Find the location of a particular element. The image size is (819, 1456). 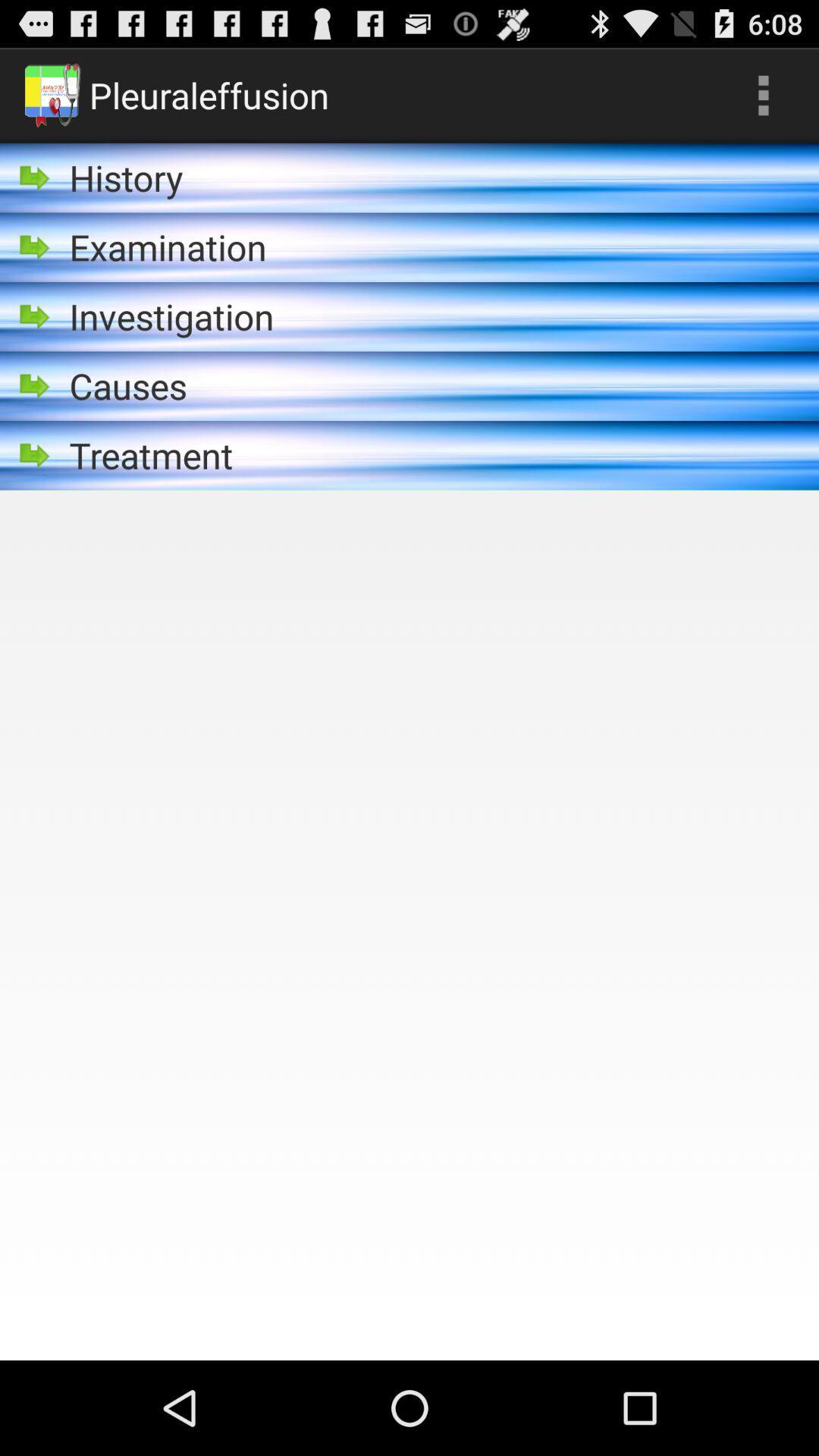

icon at the top right corner is located at coordinates (763, 94).